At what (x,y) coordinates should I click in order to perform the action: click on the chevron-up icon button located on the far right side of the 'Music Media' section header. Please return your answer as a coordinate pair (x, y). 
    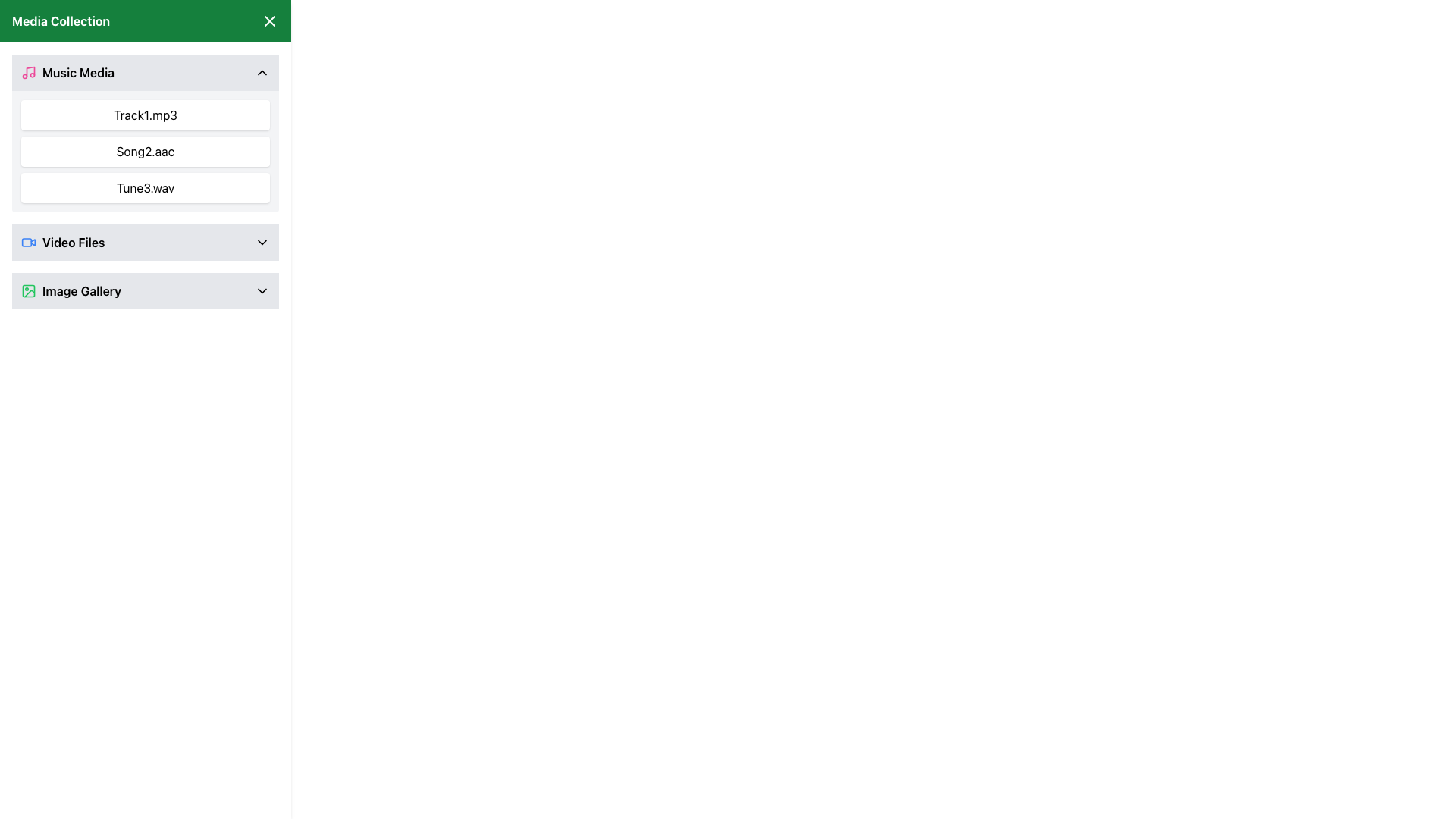
    Looking at the image, I should click on (262, 73).